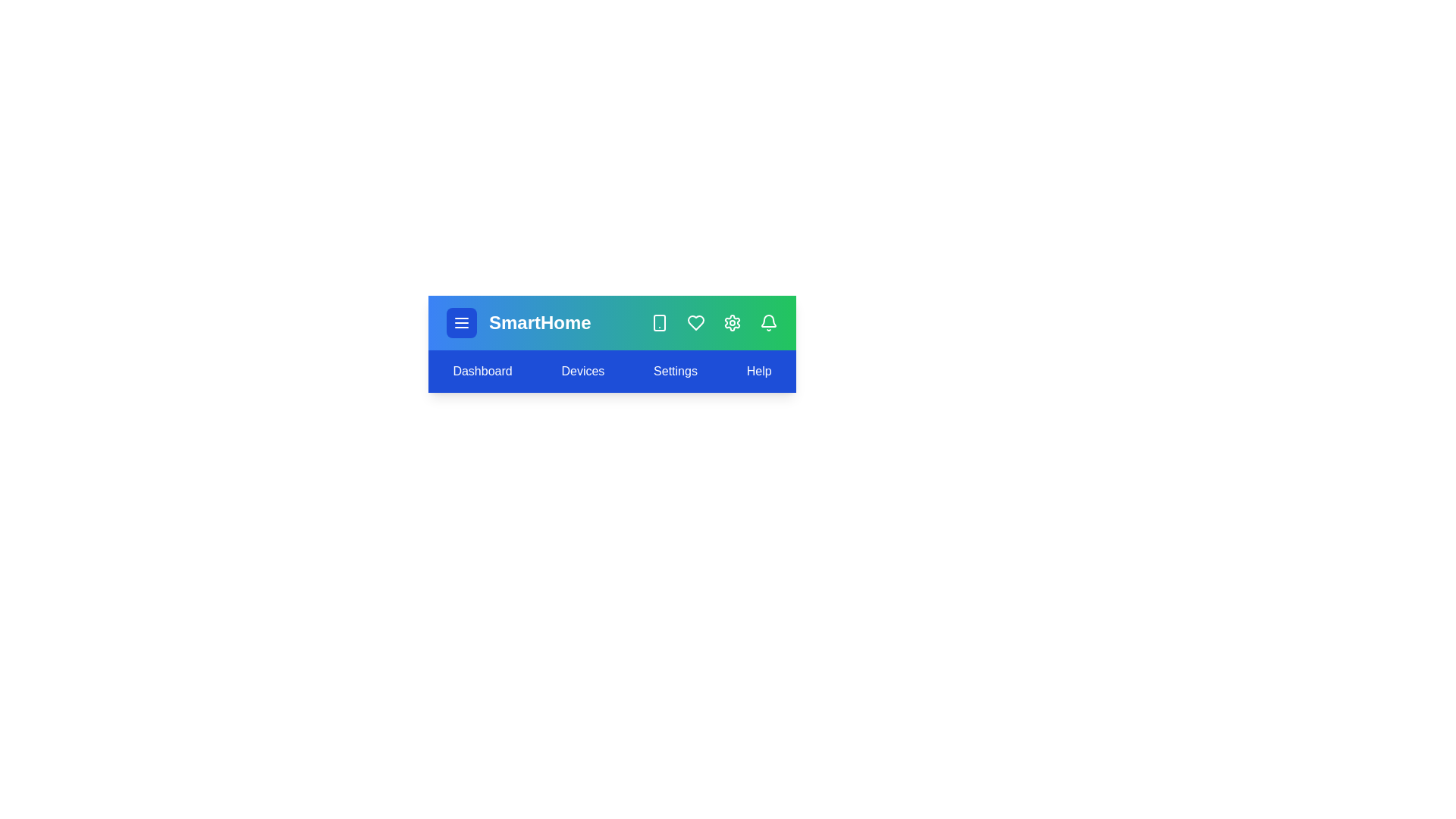 This screenshot has height=819, width=1456. I want to click on the 'Heart' icon in the SmartHomeAppBar, so click(695, 322).